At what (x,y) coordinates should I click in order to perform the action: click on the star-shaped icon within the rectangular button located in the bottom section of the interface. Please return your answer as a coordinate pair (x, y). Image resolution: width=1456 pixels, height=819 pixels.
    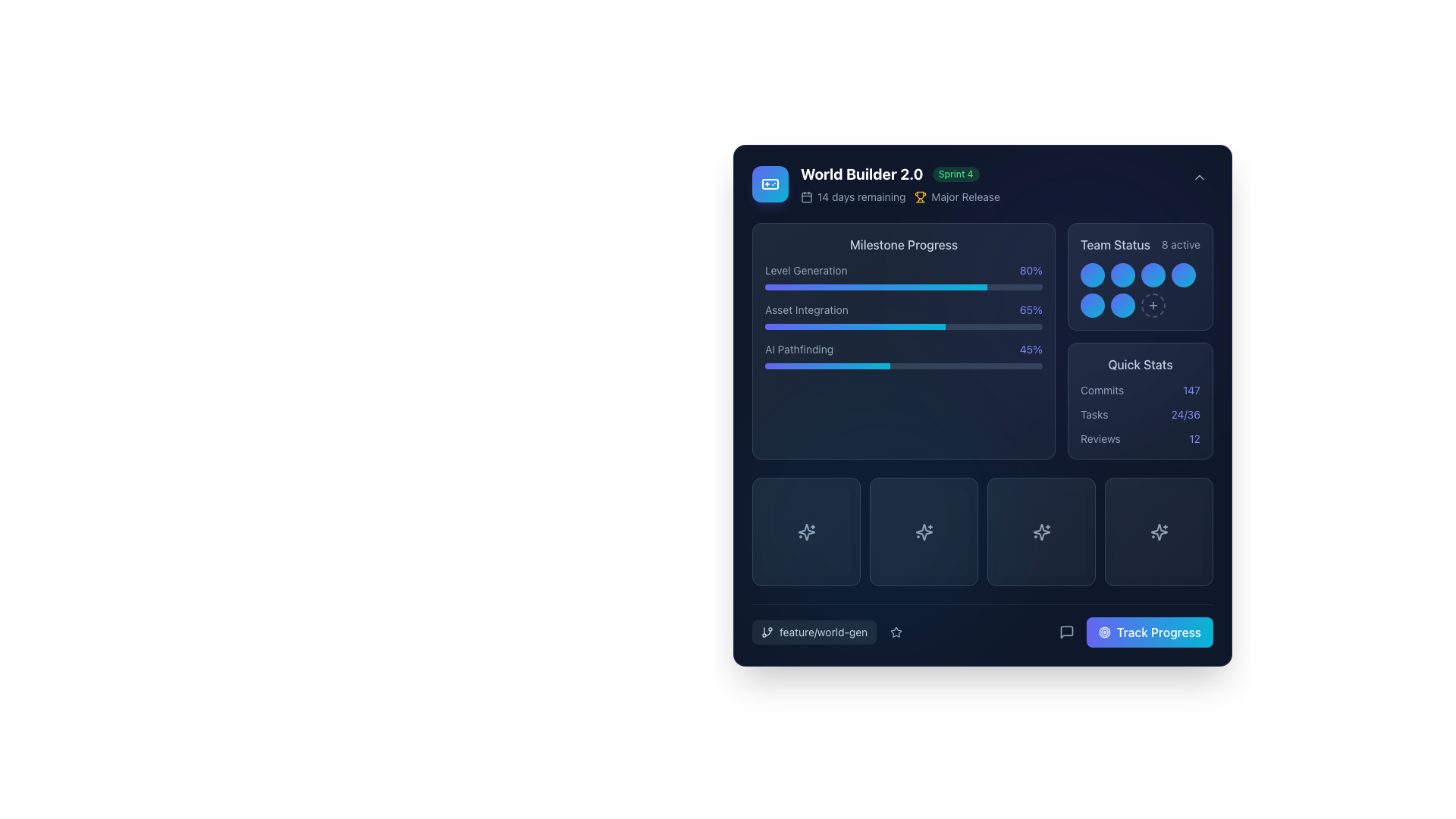
    Looking at the image, I should click on (896, 632).